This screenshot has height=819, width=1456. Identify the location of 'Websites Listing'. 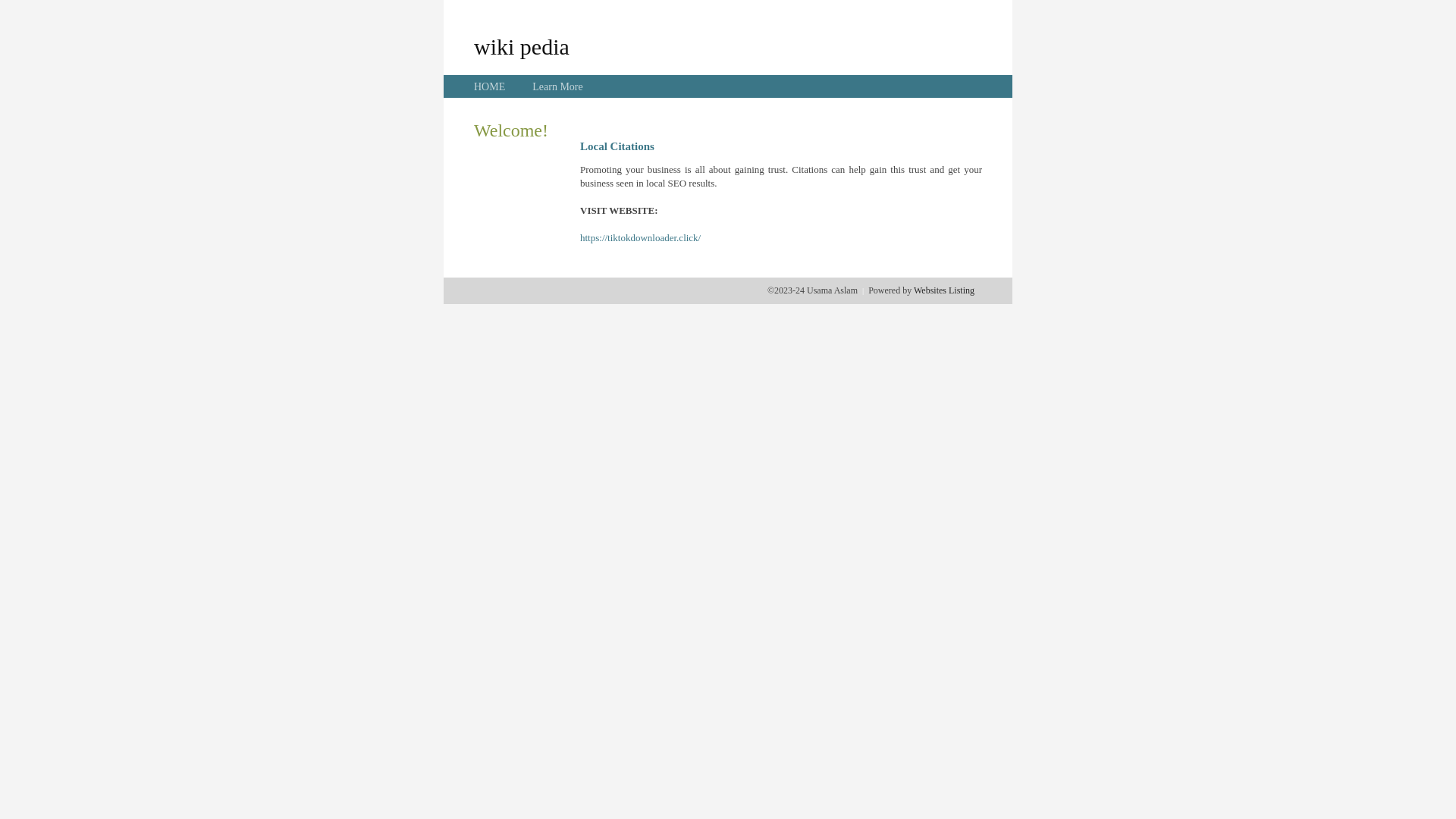
(943, 290).